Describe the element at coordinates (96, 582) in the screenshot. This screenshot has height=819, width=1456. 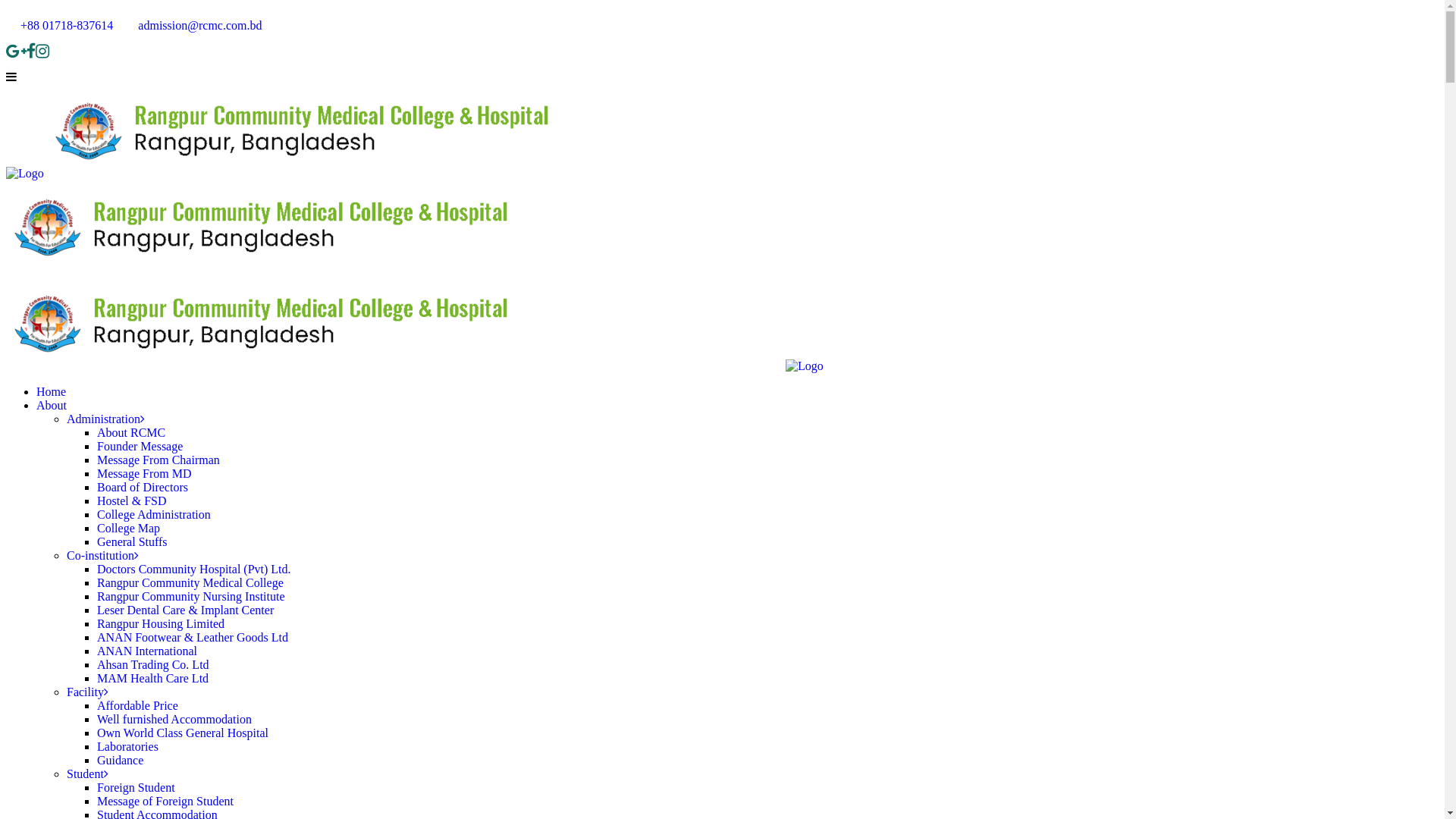
I see `'Rangpur Community Medical College'` at that location.